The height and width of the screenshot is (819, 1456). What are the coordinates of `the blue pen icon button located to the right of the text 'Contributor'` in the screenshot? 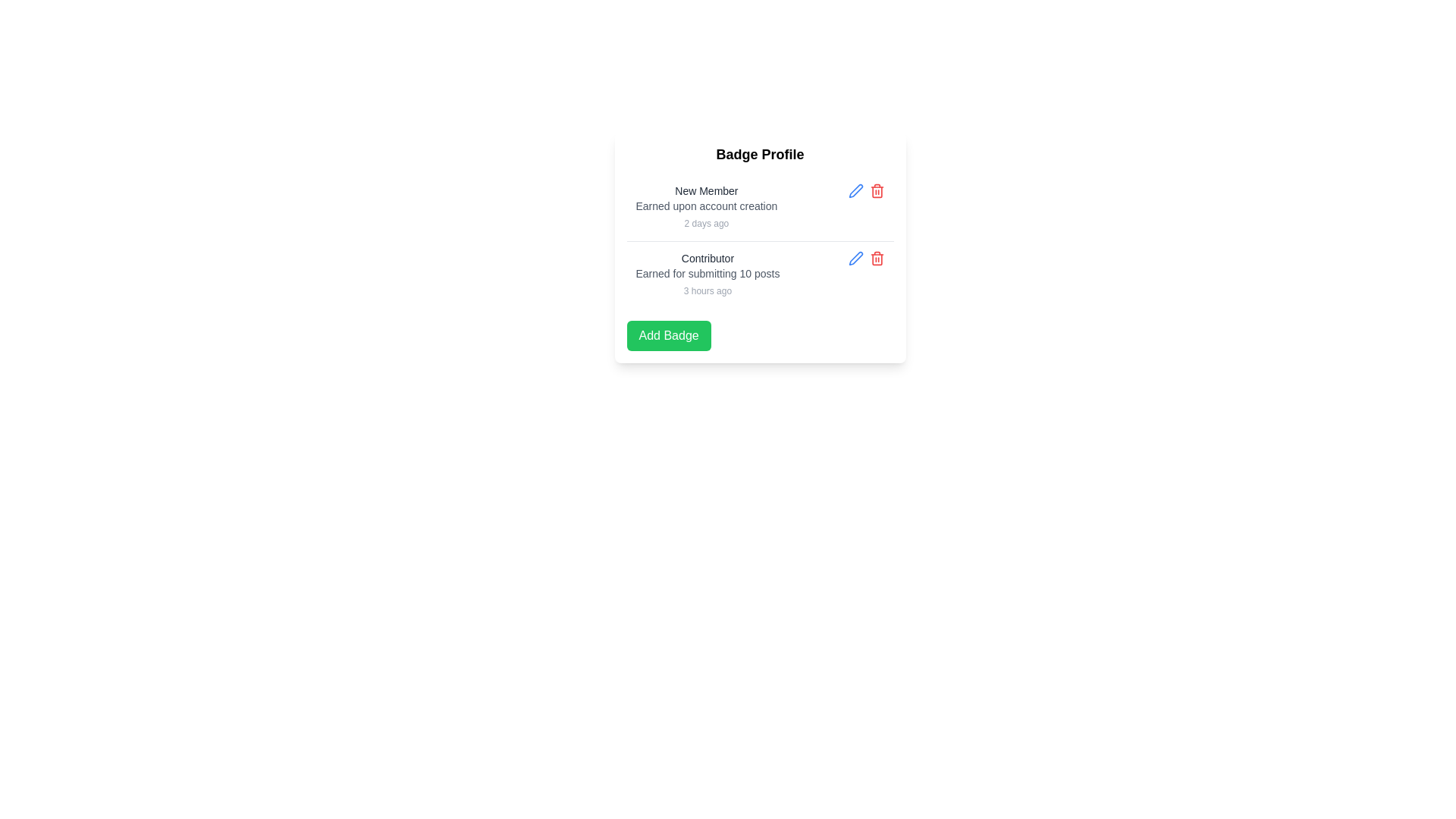 It's located at (855, 190).